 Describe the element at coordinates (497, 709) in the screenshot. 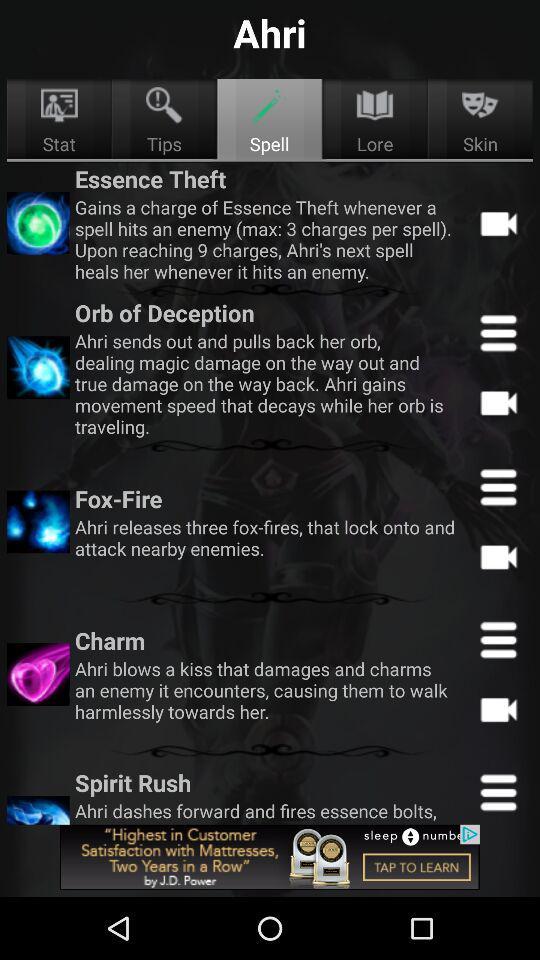

I see `charm video` at that location.